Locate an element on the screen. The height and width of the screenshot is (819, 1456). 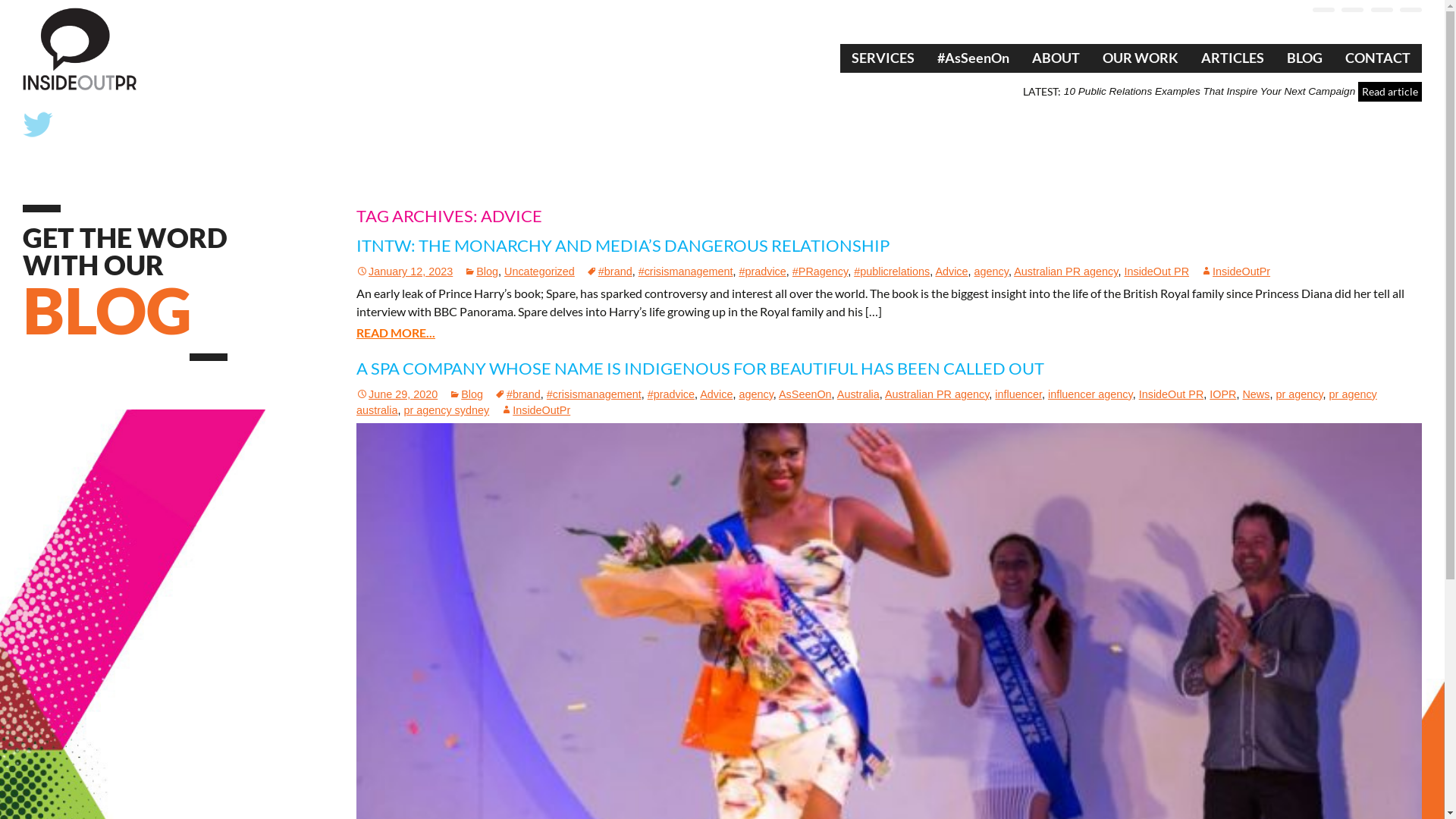
'Australia' is located at coordinates (858, 394).